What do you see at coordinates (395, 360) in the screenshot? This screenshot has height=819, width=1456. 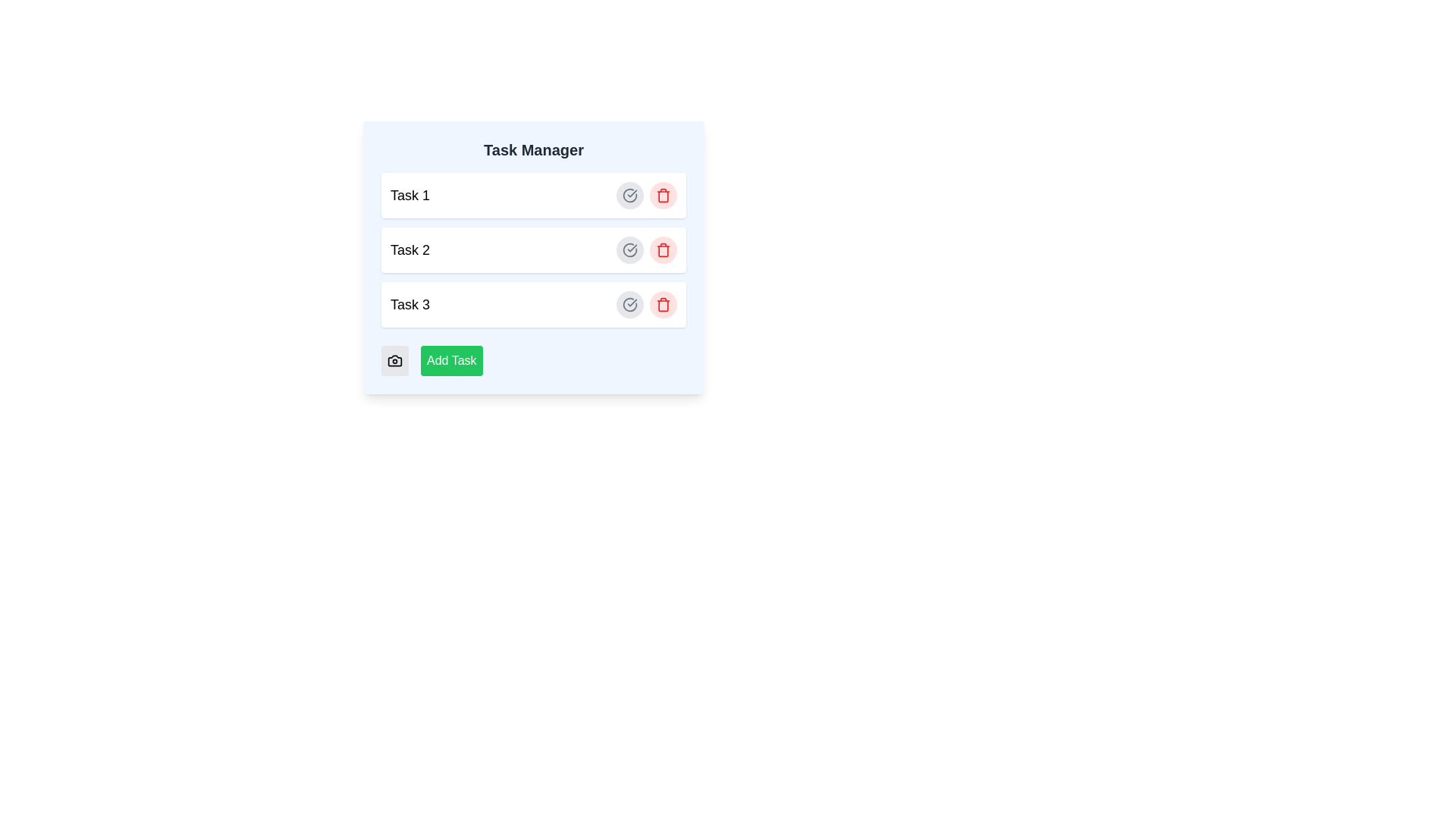 I see `the camera icon located at the bottom left corner of the interface, which is styled with a light gray background and rounded corners` at bounding box center [395, 360].